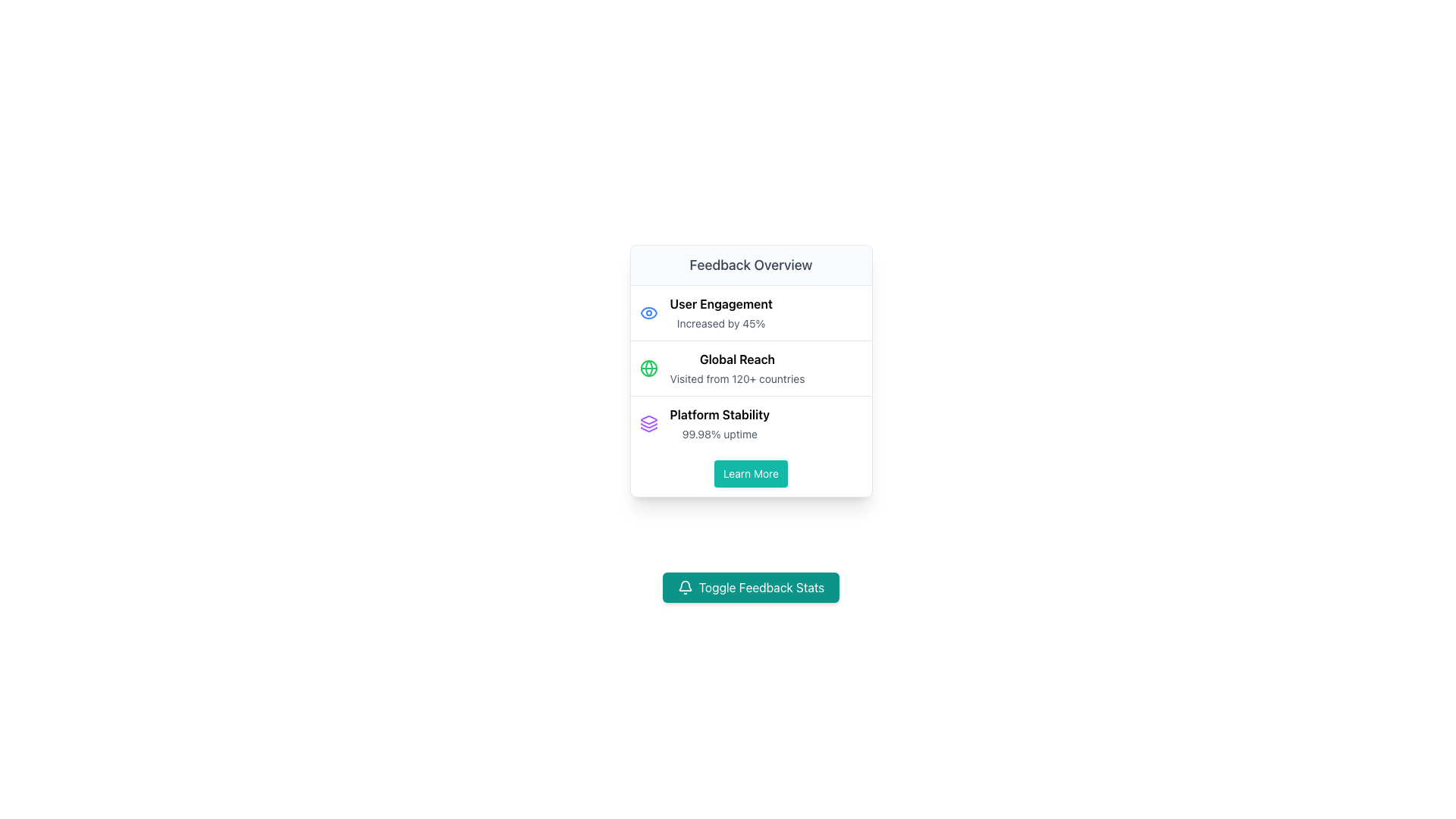 The width and height of the screenshot is (1456, 819). Describe the element at coordinates (719, 424) in the screenshot. I see `the 'Platform Stability' textual information block, which displays '99.98% uptime' below the main header. This element is the third item in a vertically stacked list within the 'Feedback Overview' card, located between 'Global Reach' and the 'Learn More' button` at that location.